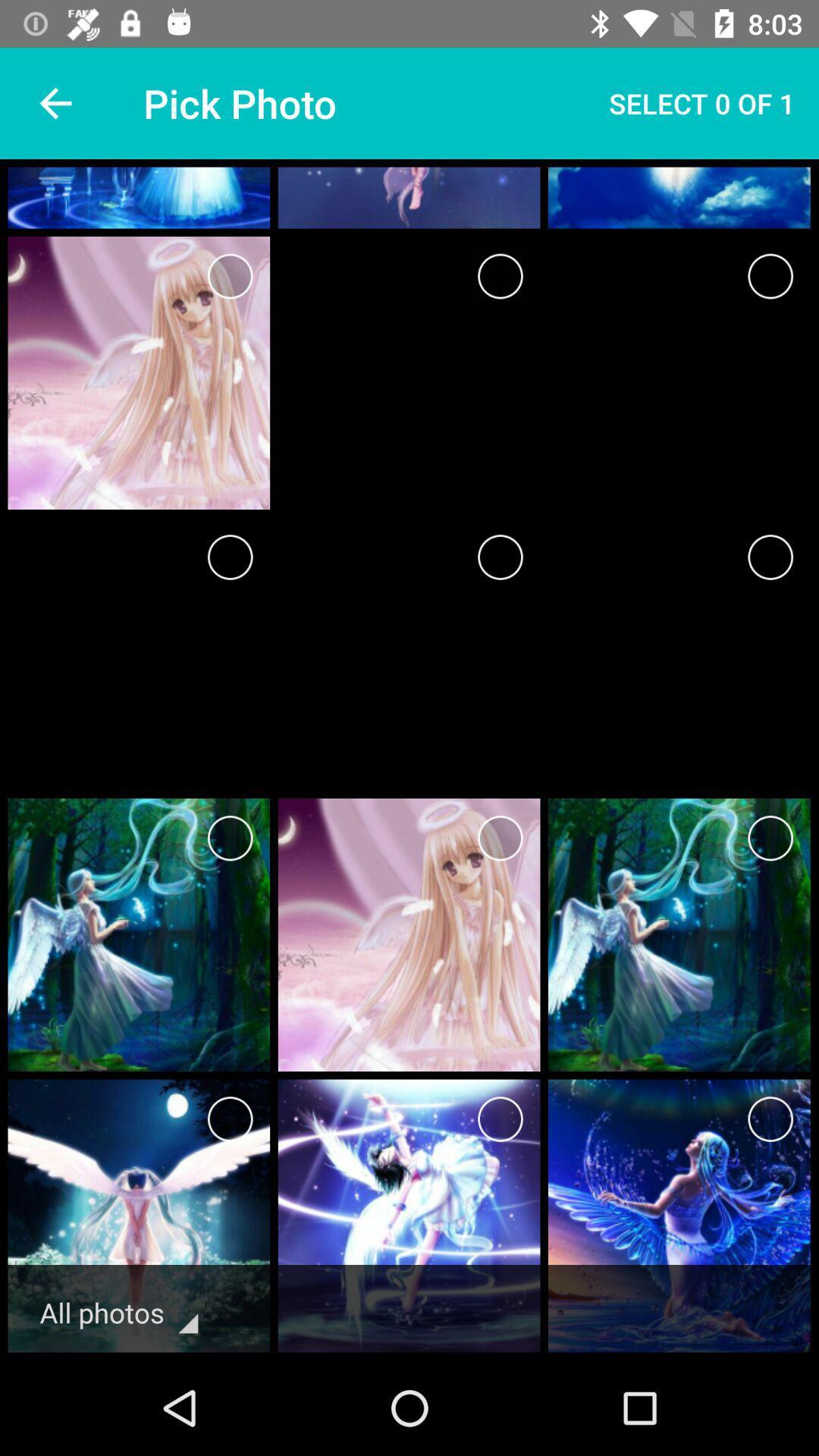 This screenshot has width=819, height=1456. I want to click on choose the picture, so click(230, 556).